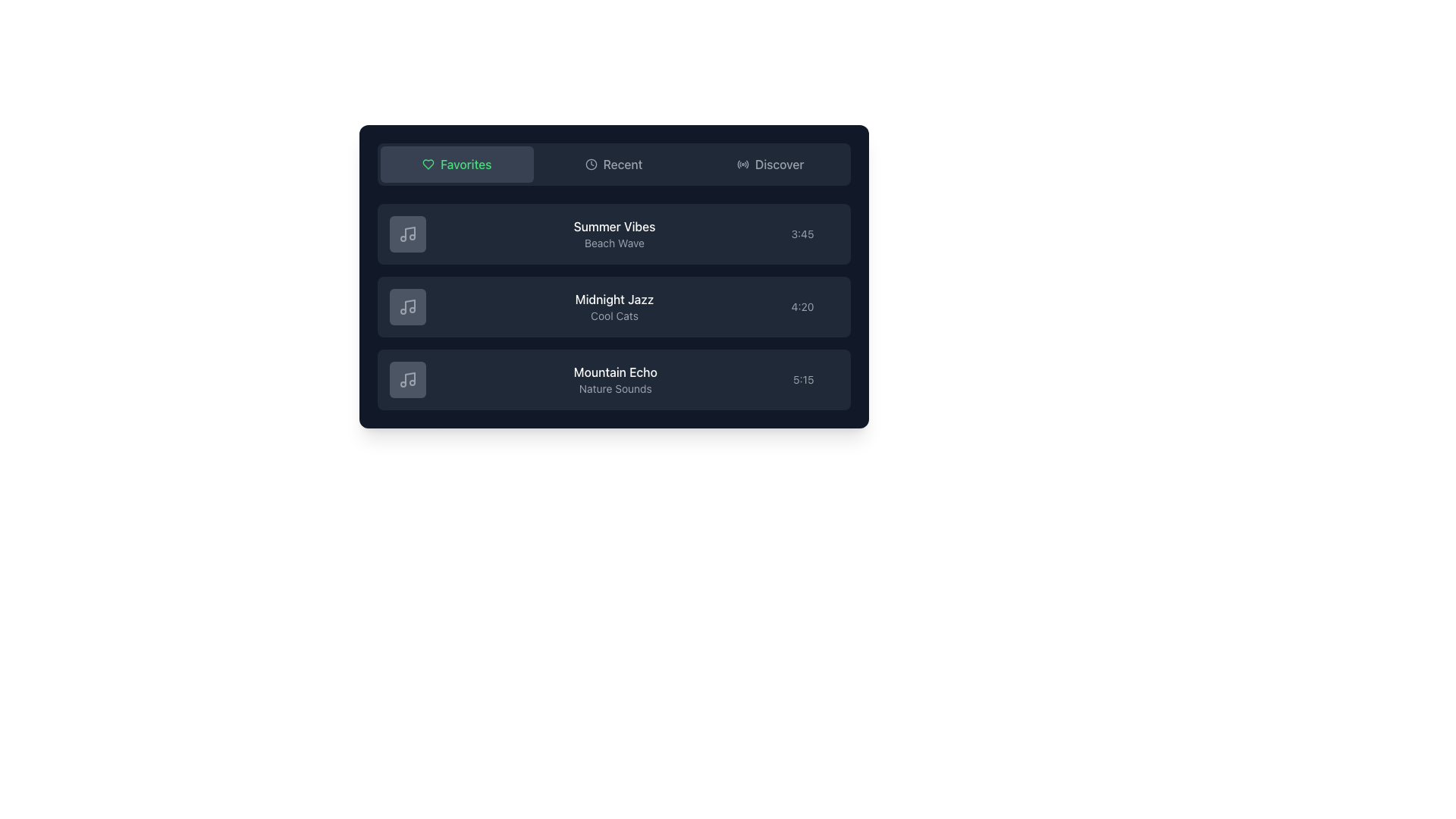  I want to click on the heart icon located to the left of the 'Favorites' text in the horizontal navigation menu, so click(428, 164).